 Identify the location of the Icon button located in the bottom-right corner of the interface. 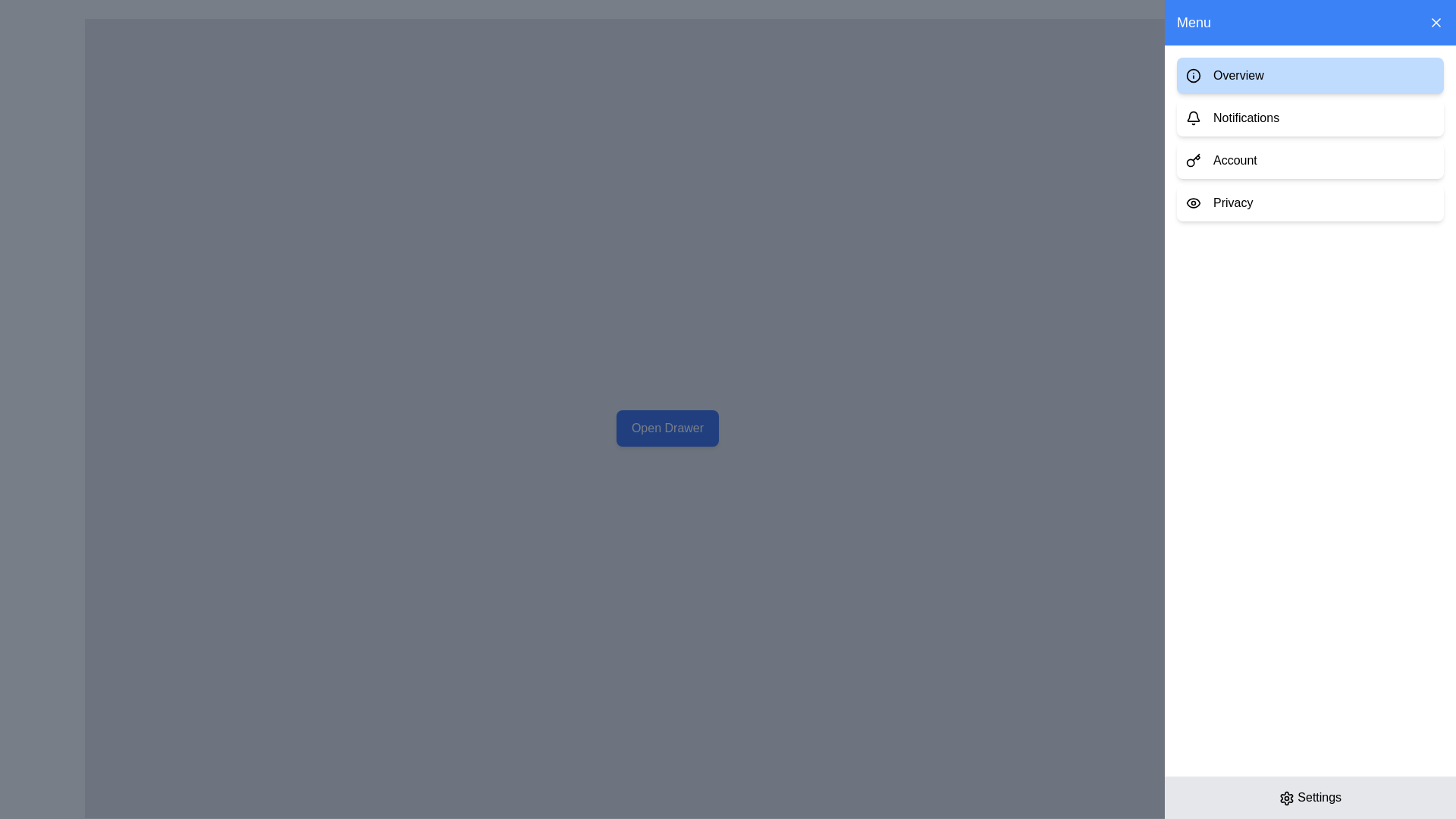
(1285, 797).